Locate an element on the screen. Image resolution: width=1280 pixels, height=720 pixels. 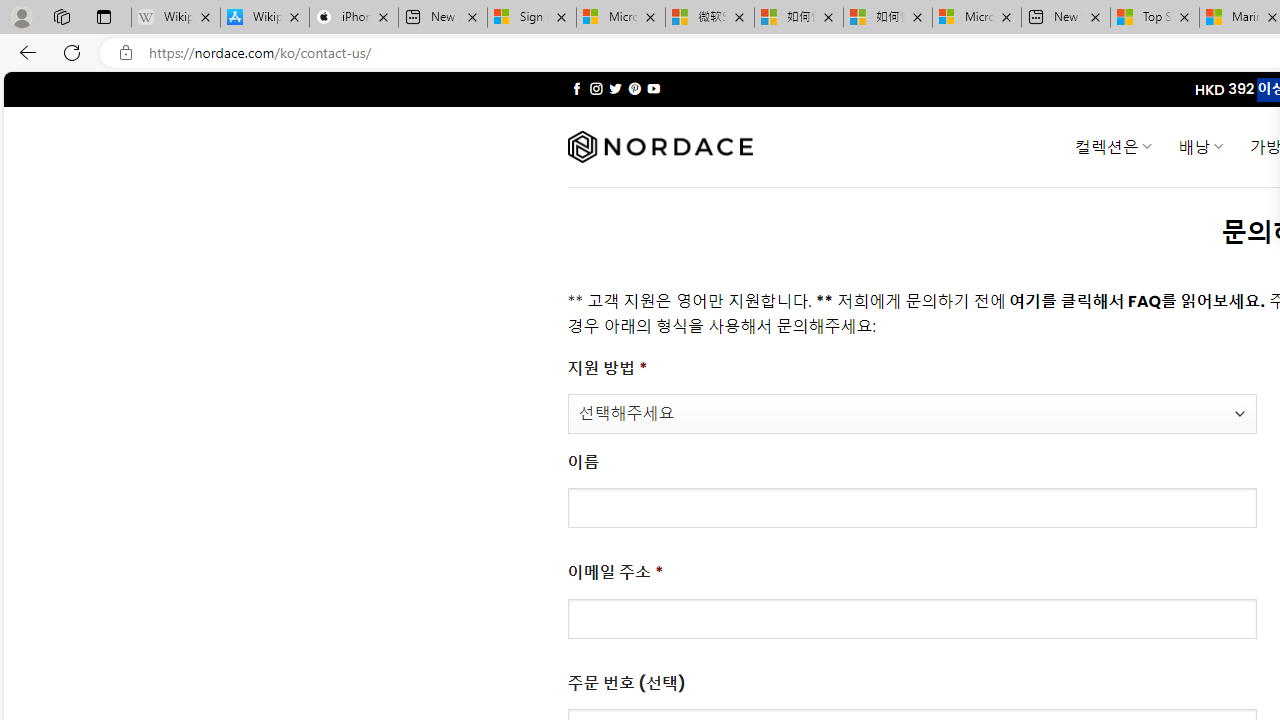
'Sign in to your Microsoft account' is located at coordinates (531, 17).